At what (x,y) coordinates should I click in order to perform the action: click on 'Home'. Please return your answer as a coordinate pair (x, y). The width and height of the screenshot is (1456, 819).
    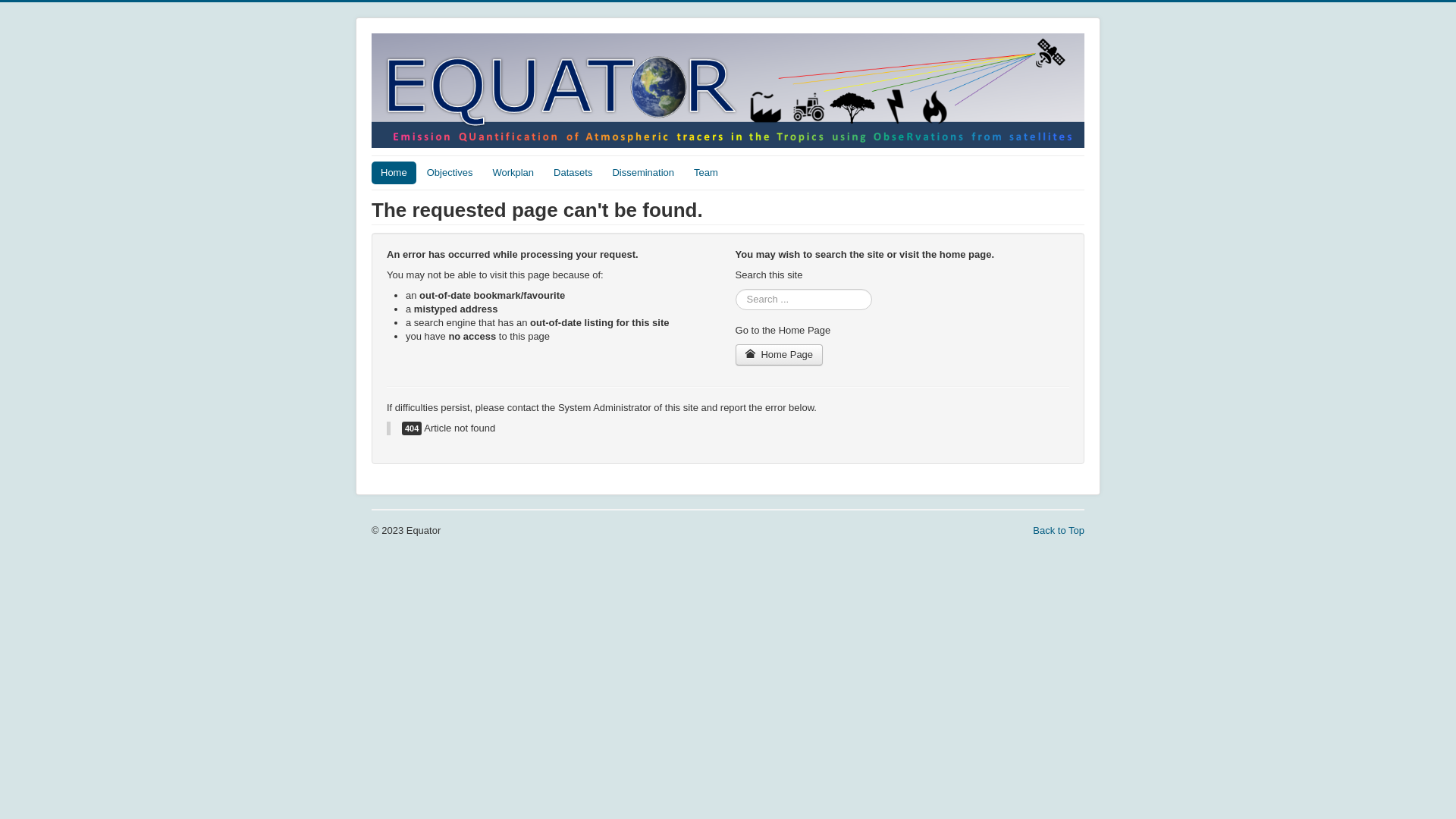
    Looking at the image, I should click on (394, 171).